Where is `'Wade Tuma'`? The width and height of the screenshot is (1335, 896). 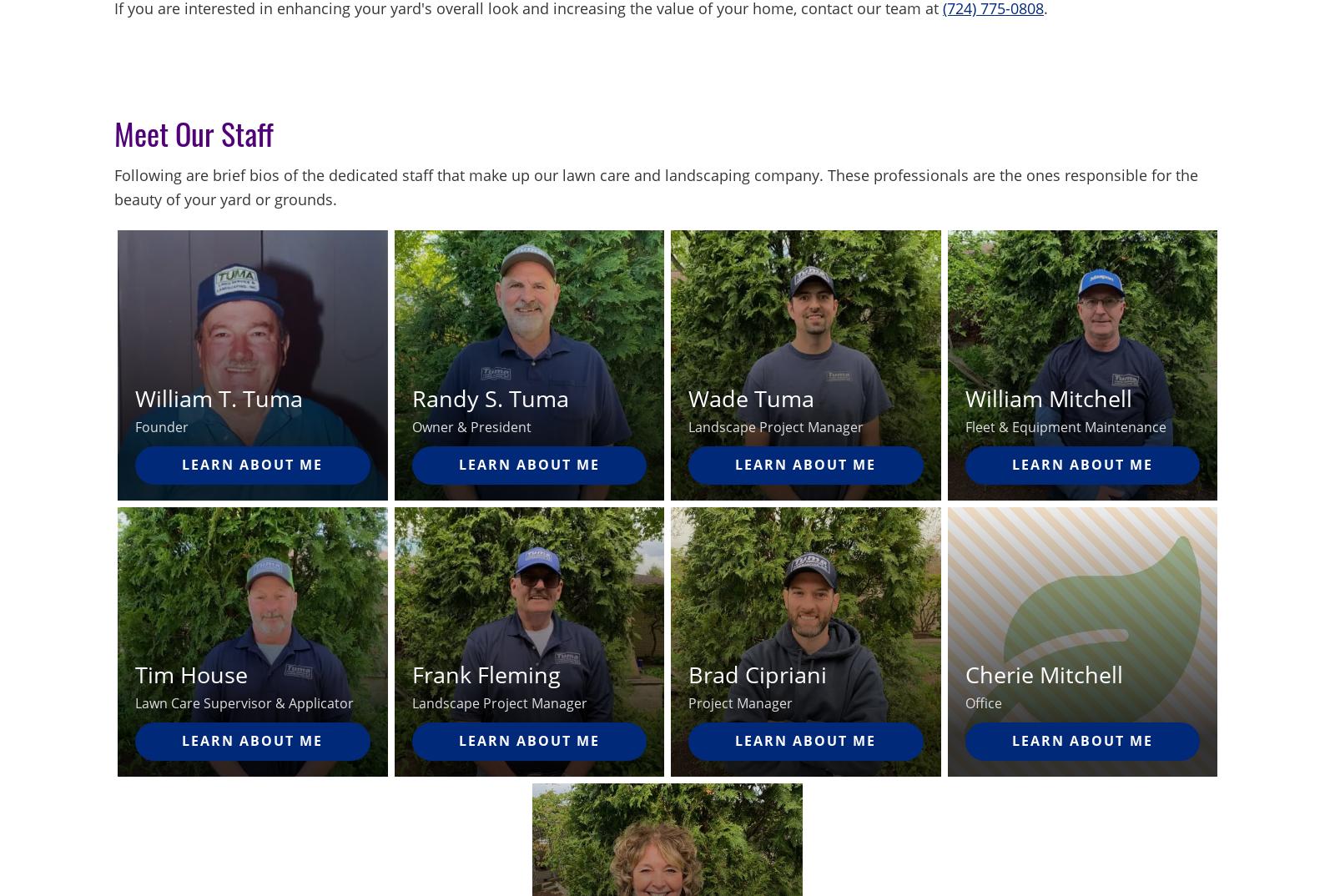
'Wade Tuma' is located at coordinates (750, 396).